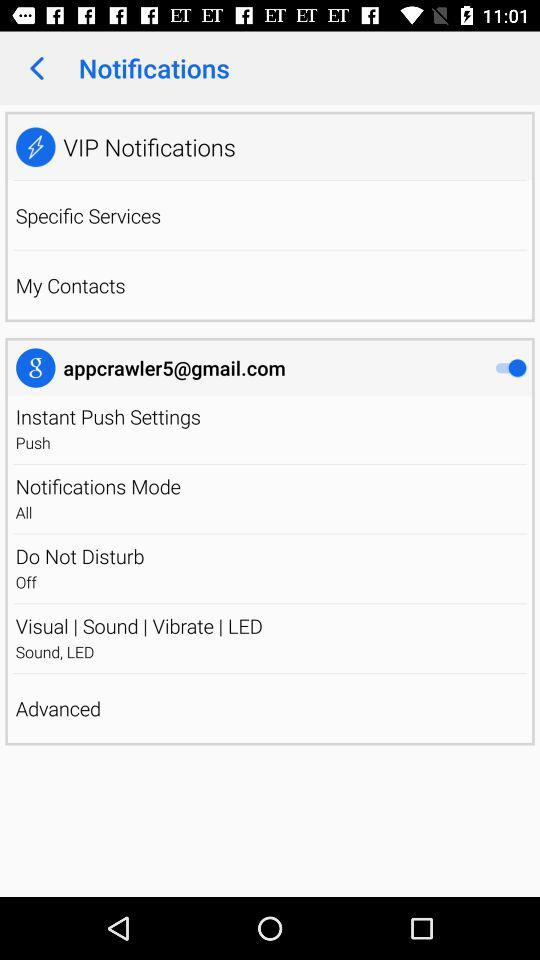  Describe the element at coordinates (87, 215) in the screenshot. I see `the specific services icon` at that location.